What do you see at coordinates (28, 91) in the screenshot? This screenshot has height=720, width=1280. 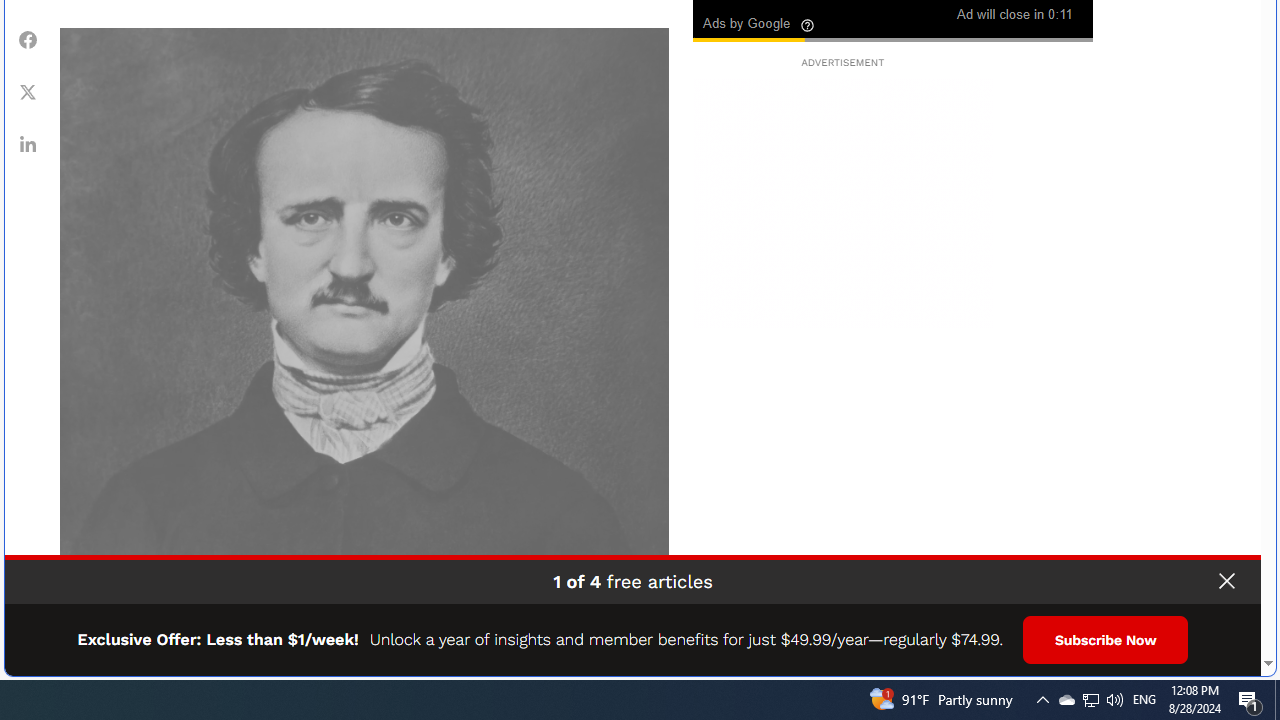 I see `'Class: fs-icon fs-icon--xCorp'` at bounding box center [28, 91].